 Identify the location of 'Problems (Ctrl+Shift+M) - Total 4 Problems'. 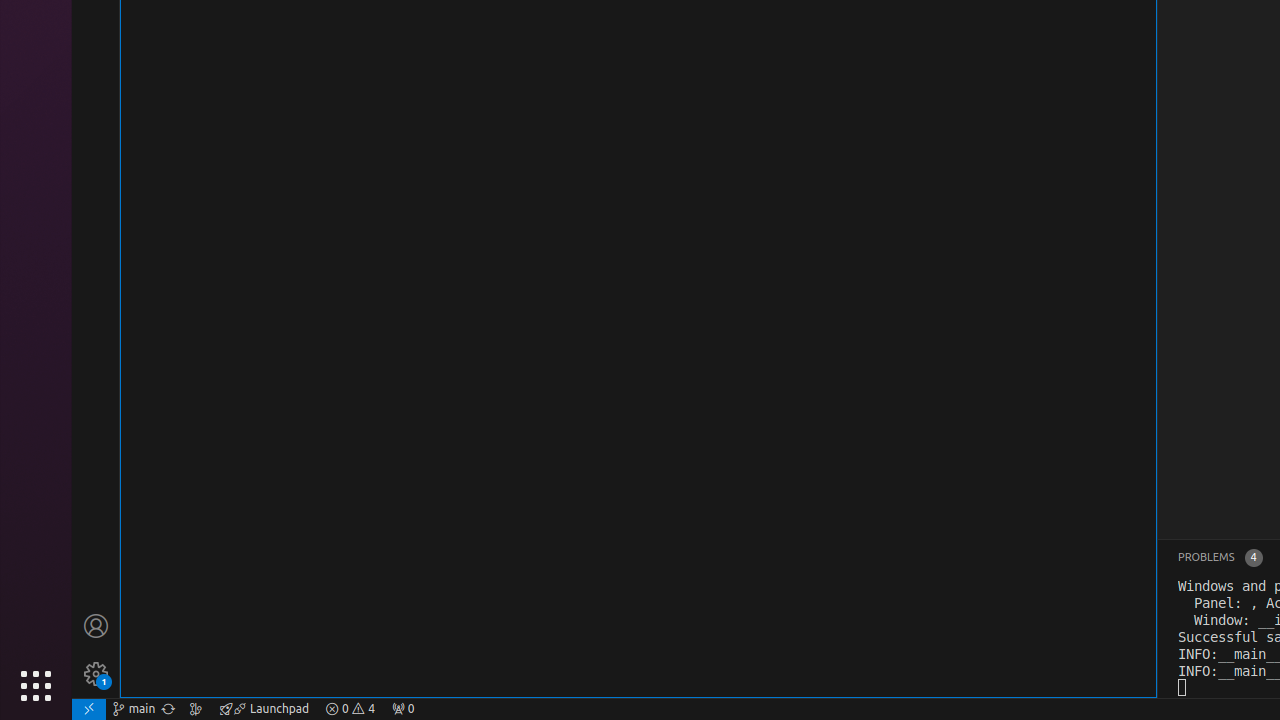
(1218, 557).